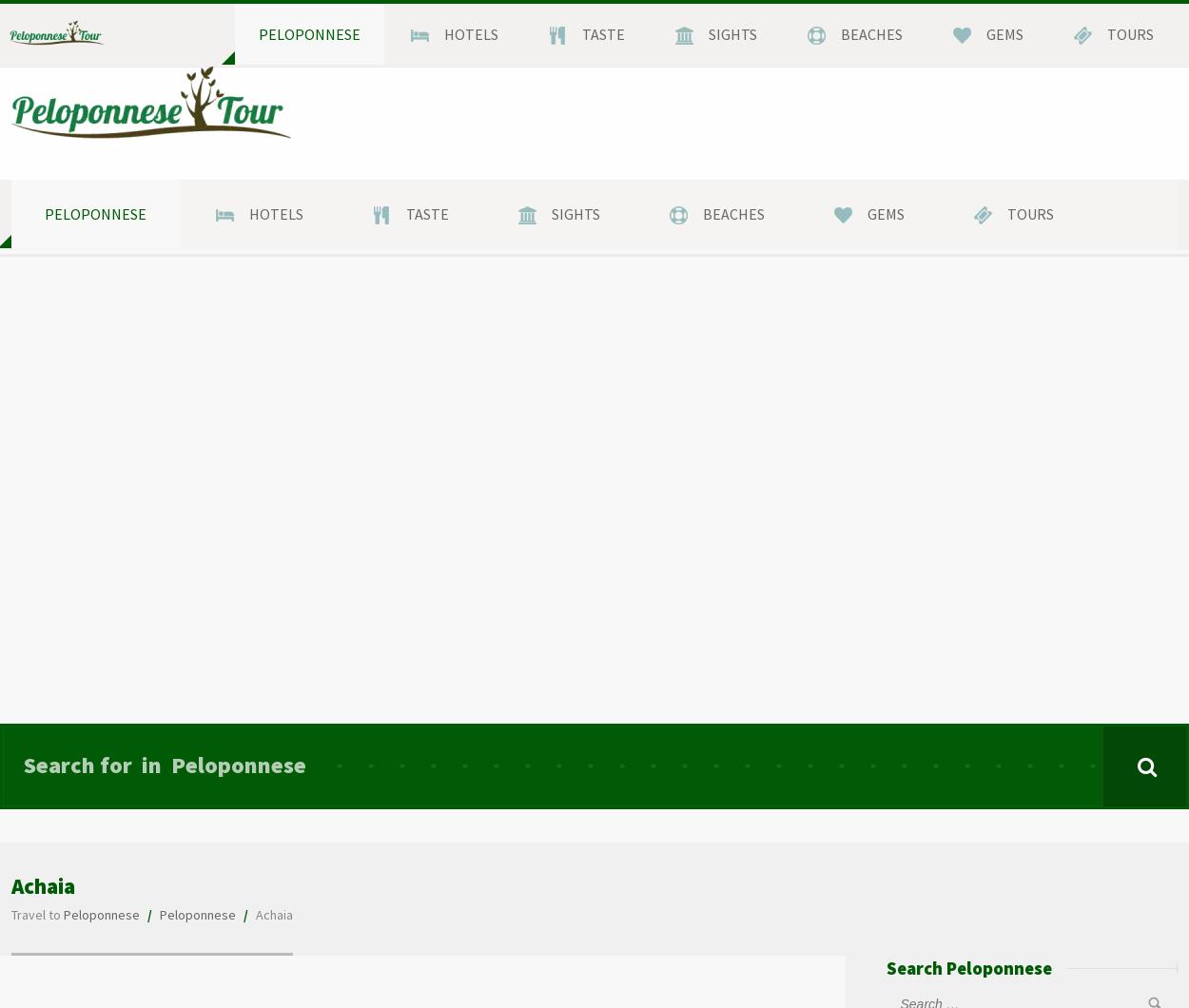 The width and height of the screenshot is (1189, 1008). Describe the element at coordinates (1029, 213) in the screenshot. I see `'Tours'` at that location.